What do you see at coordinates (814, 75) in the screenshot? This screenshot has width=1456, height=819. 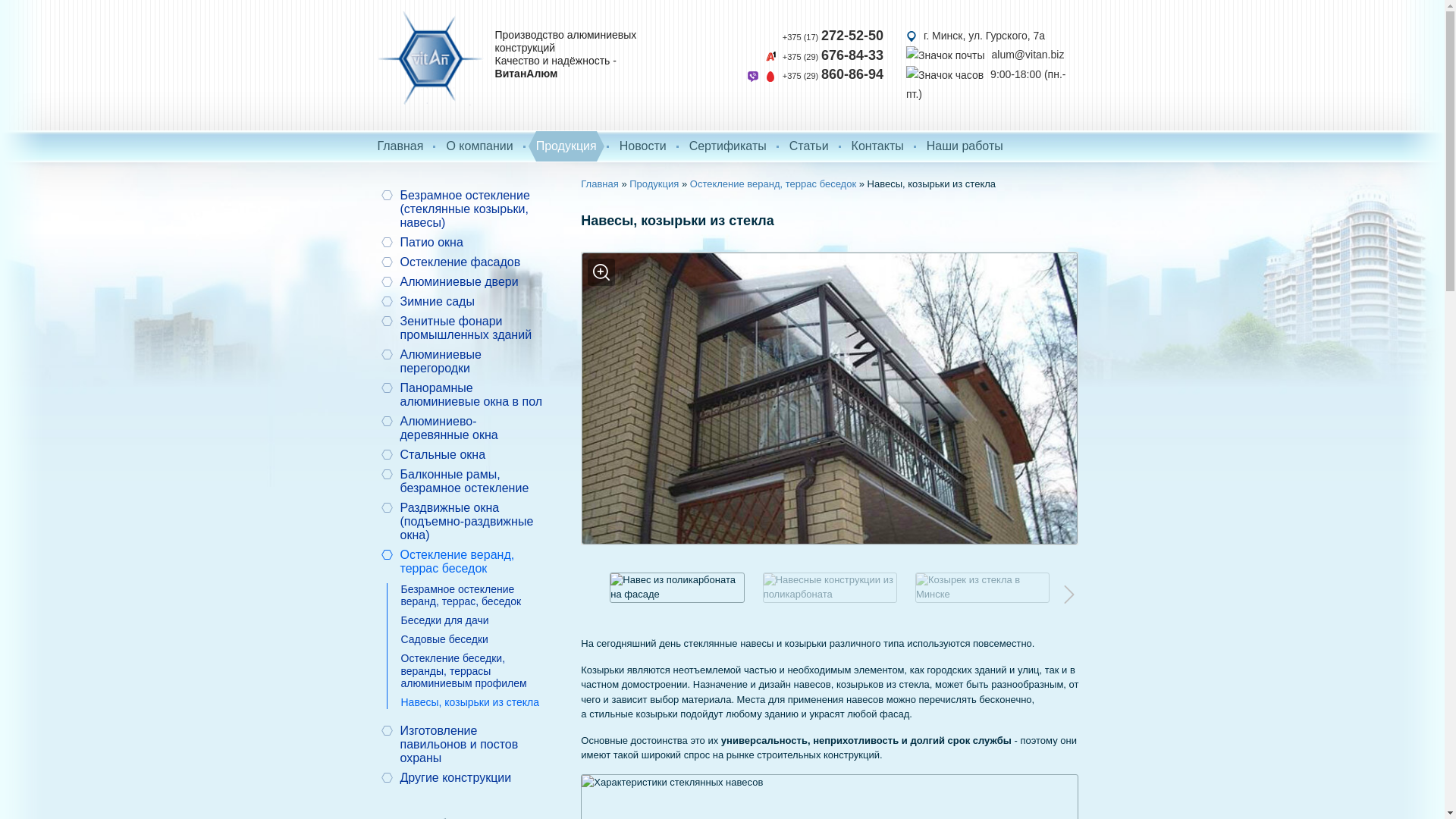 I see `'+375 (29) 860-86-94'` at bounding box center [814, 75].